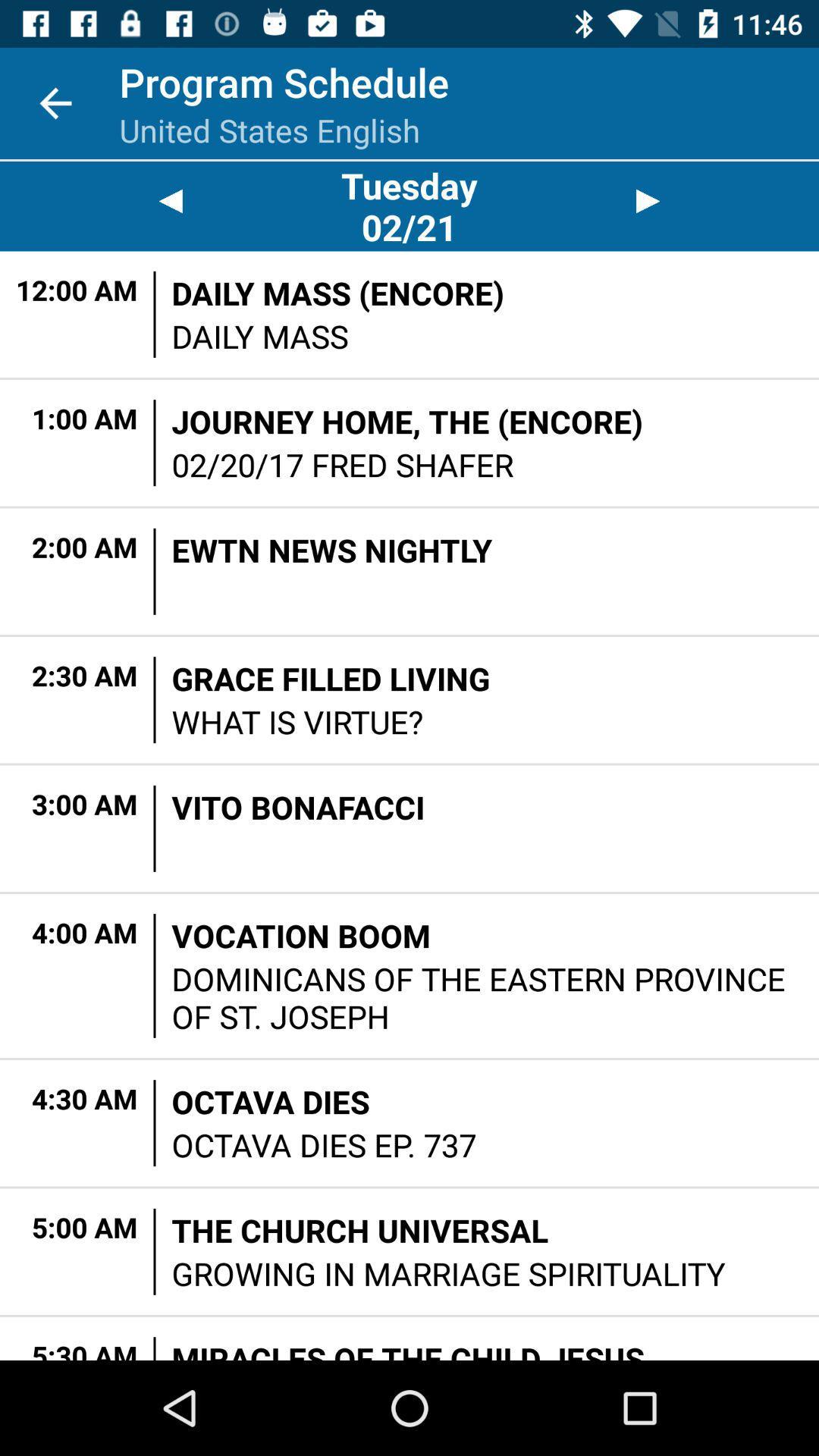 The image size is (819, 1456). Describe the element at coordinates (155, 827) in the screenshot. I see `icon next to vito bonafacci icon` at that location.